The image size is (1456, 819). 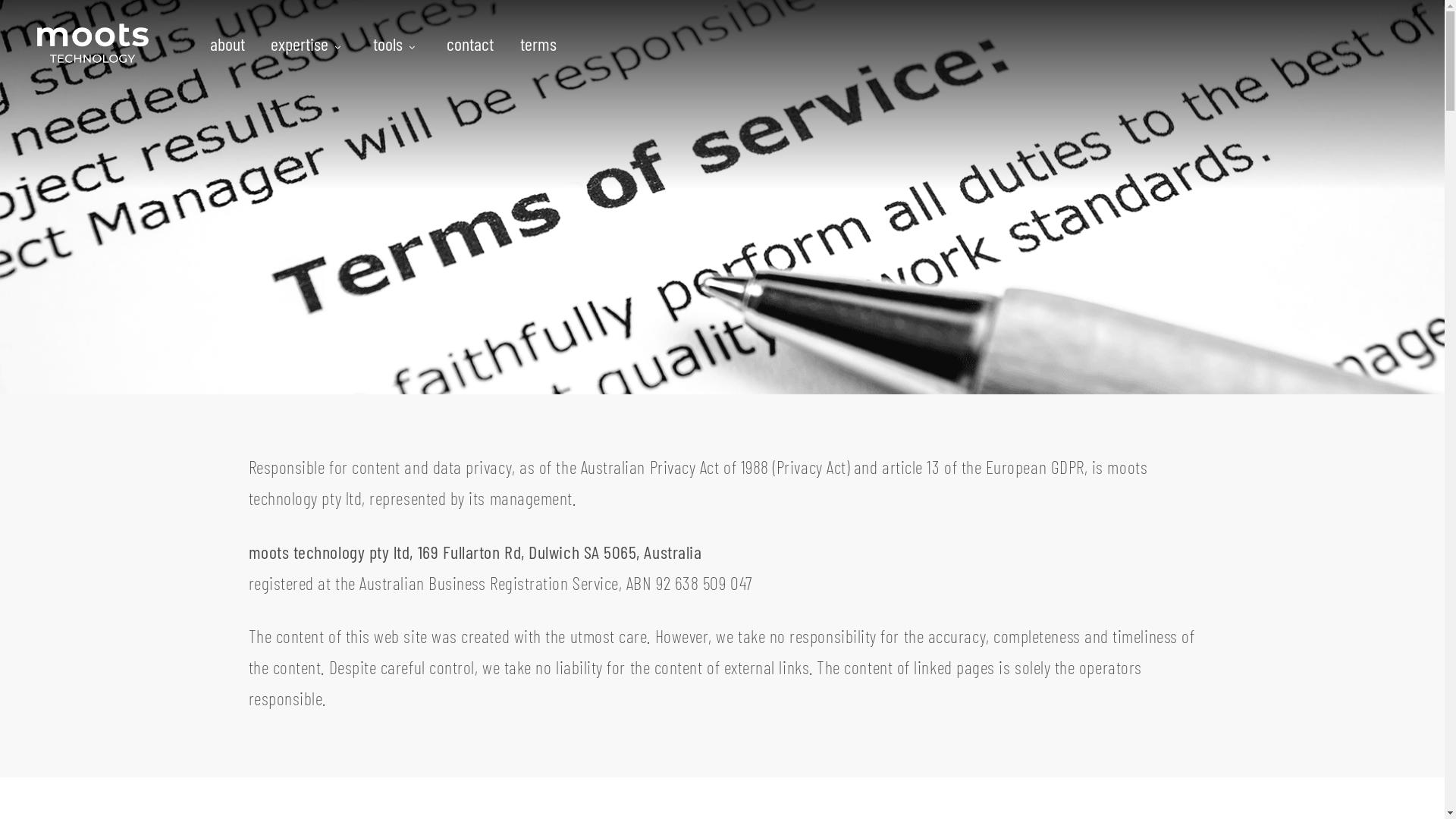 What do you see at coordinates (91, 42) in the screenshot?
I see `'moots technology'` at bounding box center [91, 42].